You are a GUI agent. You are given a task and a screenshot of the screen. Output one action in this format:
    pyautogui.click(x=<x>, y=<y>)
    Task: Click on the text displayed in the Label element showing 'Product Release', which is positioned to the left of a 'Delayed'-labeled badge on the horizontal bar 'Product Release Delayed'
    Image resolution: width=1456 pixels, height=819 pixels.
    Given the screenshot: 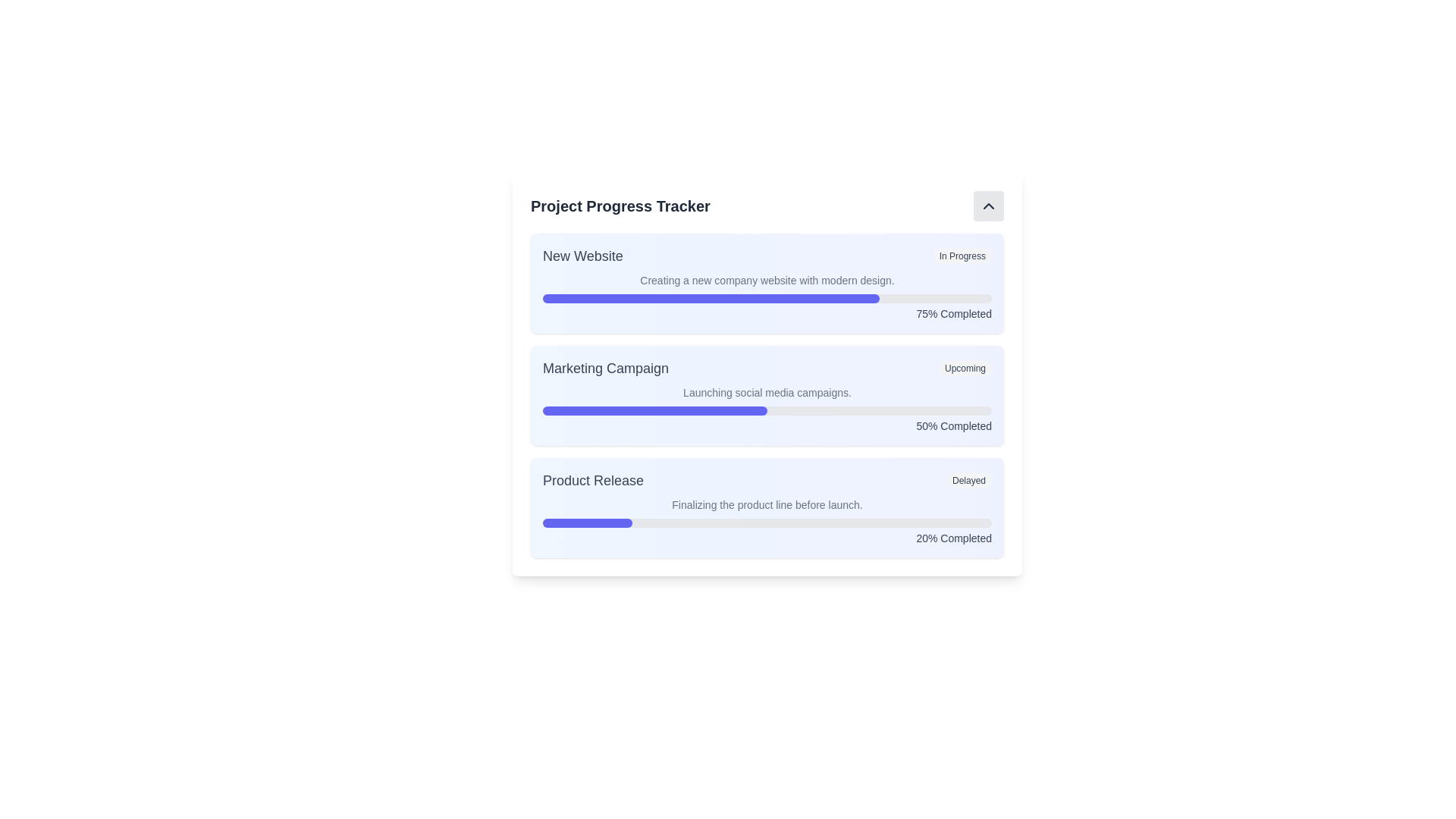 What is the action you would take?
    pyautogui.click(x=592, y=480)
    